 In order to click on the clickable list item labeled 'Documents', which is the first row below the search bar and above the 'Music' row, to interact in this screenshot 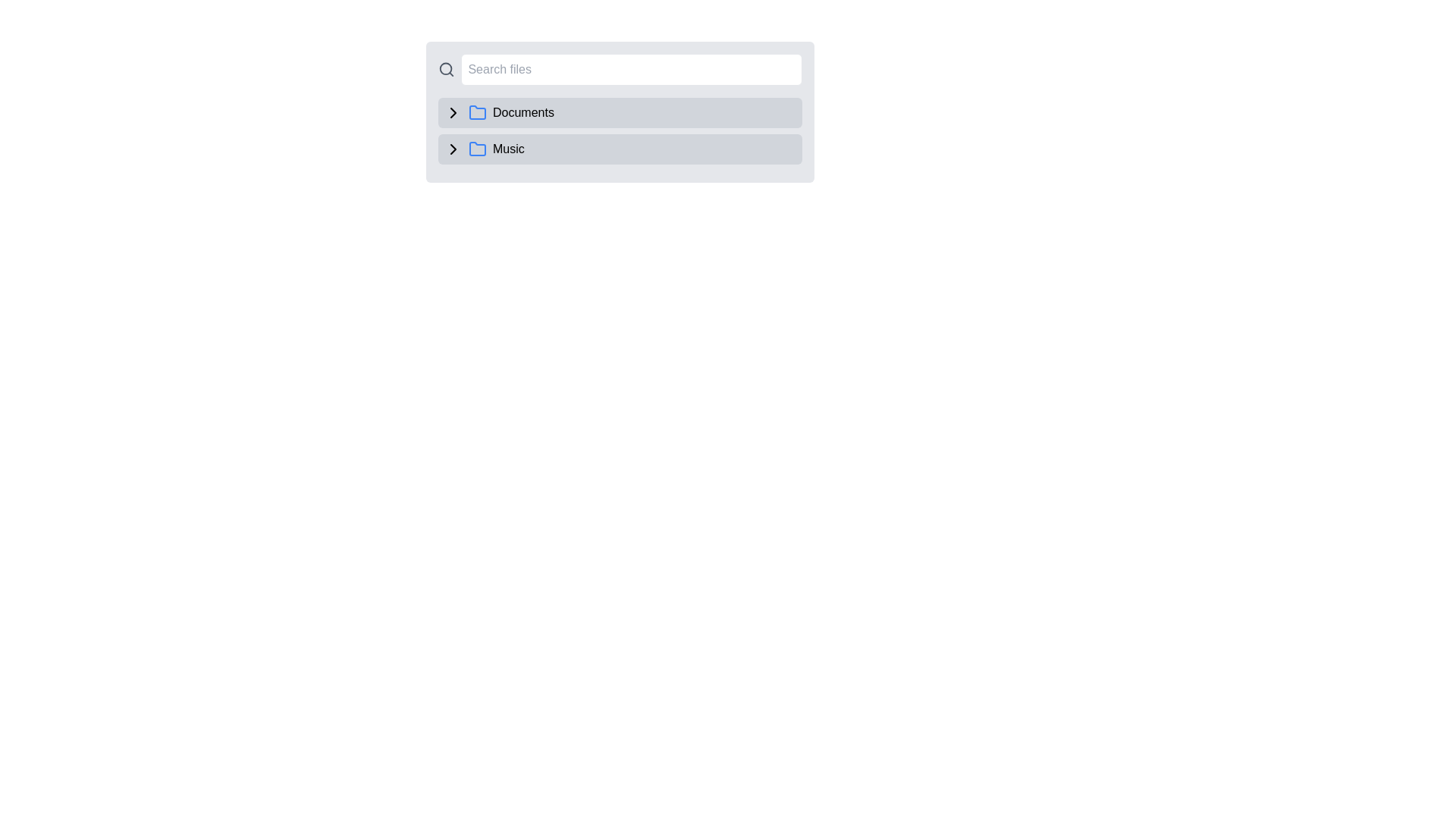, I will do `click(620, 111)`.